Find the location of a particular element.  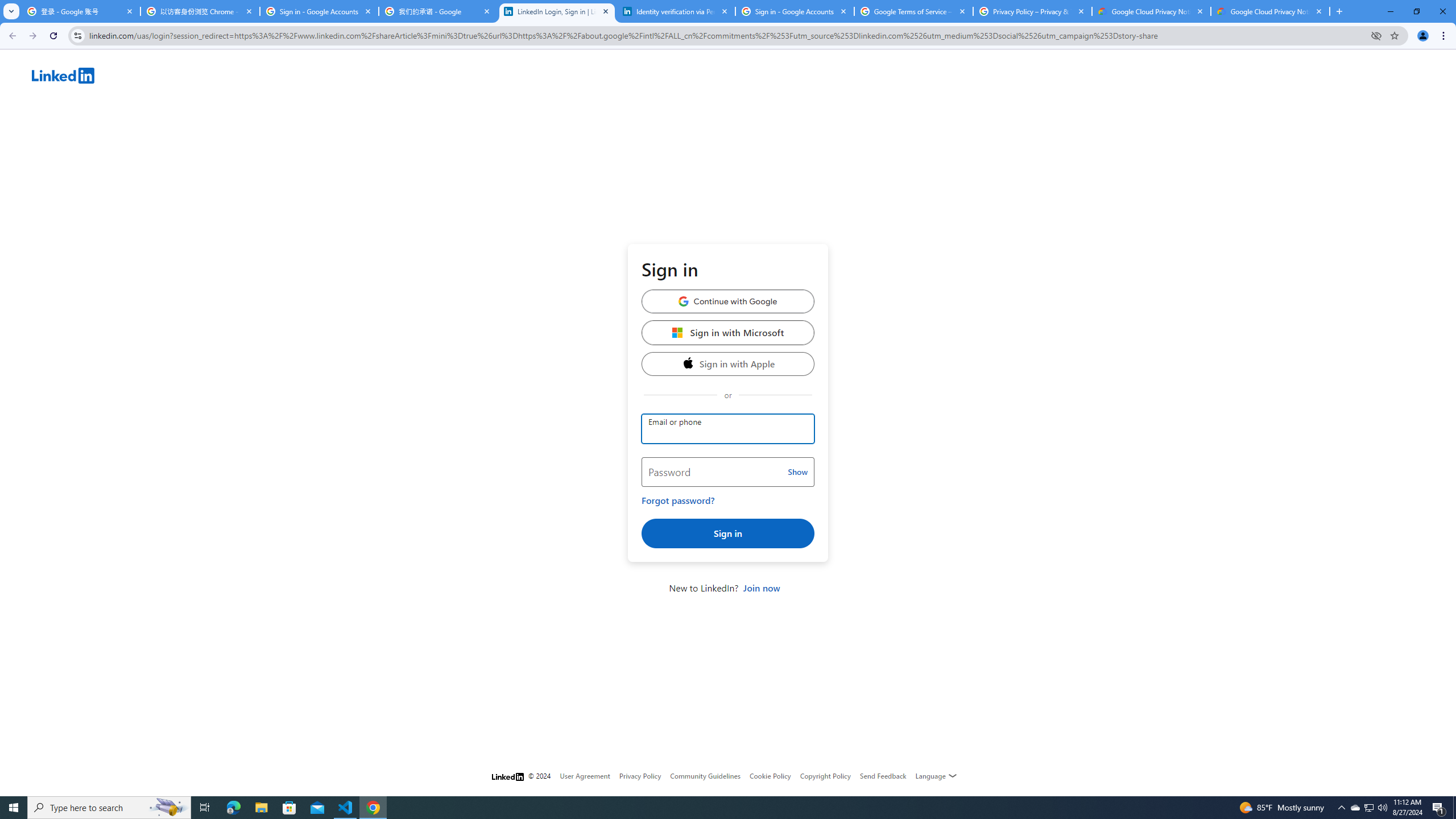

'Sign in with Apple' is located at coordinates (728, 363).